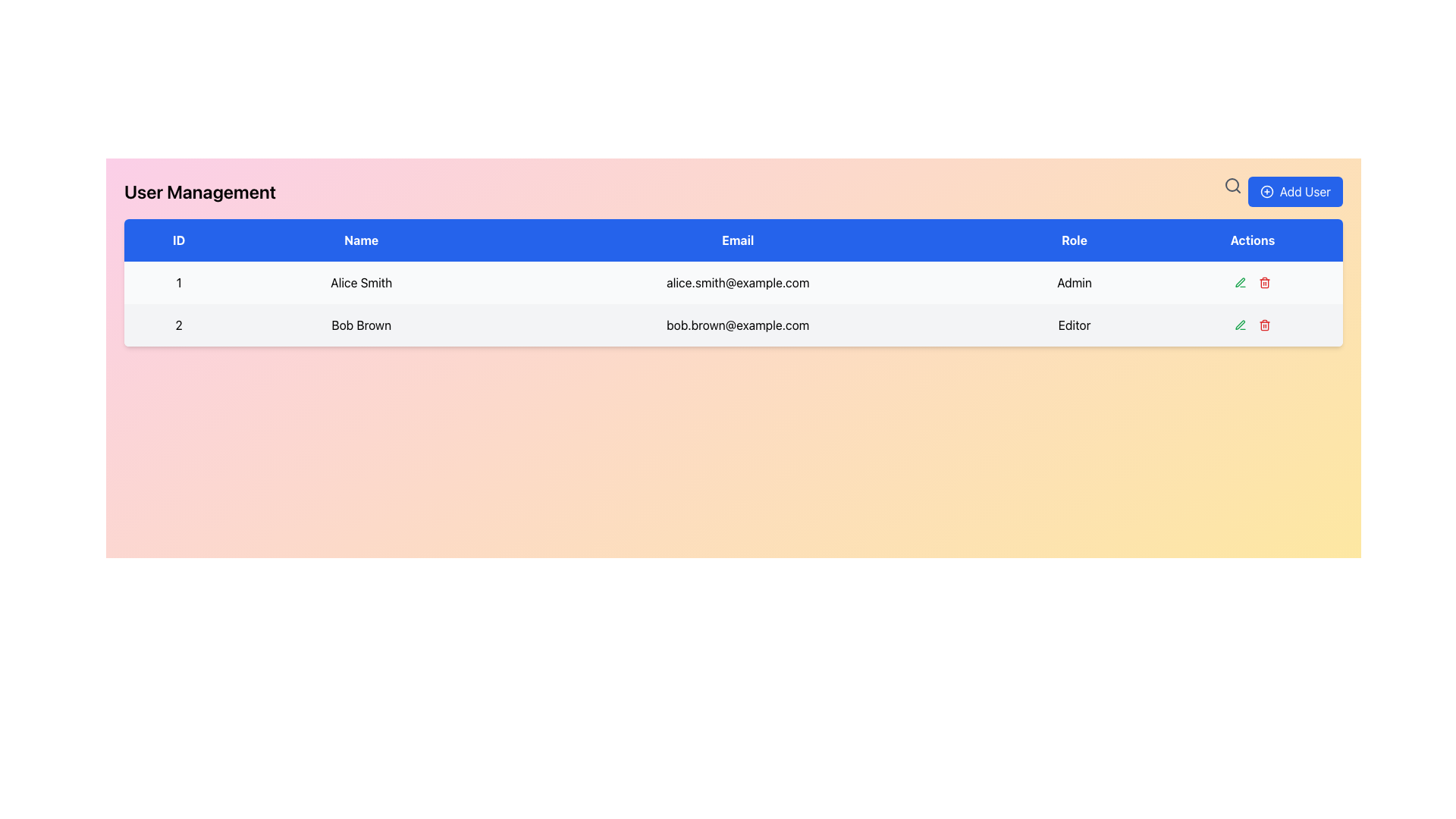  I want to click on the 'Add User' button, so click(1282, 191).